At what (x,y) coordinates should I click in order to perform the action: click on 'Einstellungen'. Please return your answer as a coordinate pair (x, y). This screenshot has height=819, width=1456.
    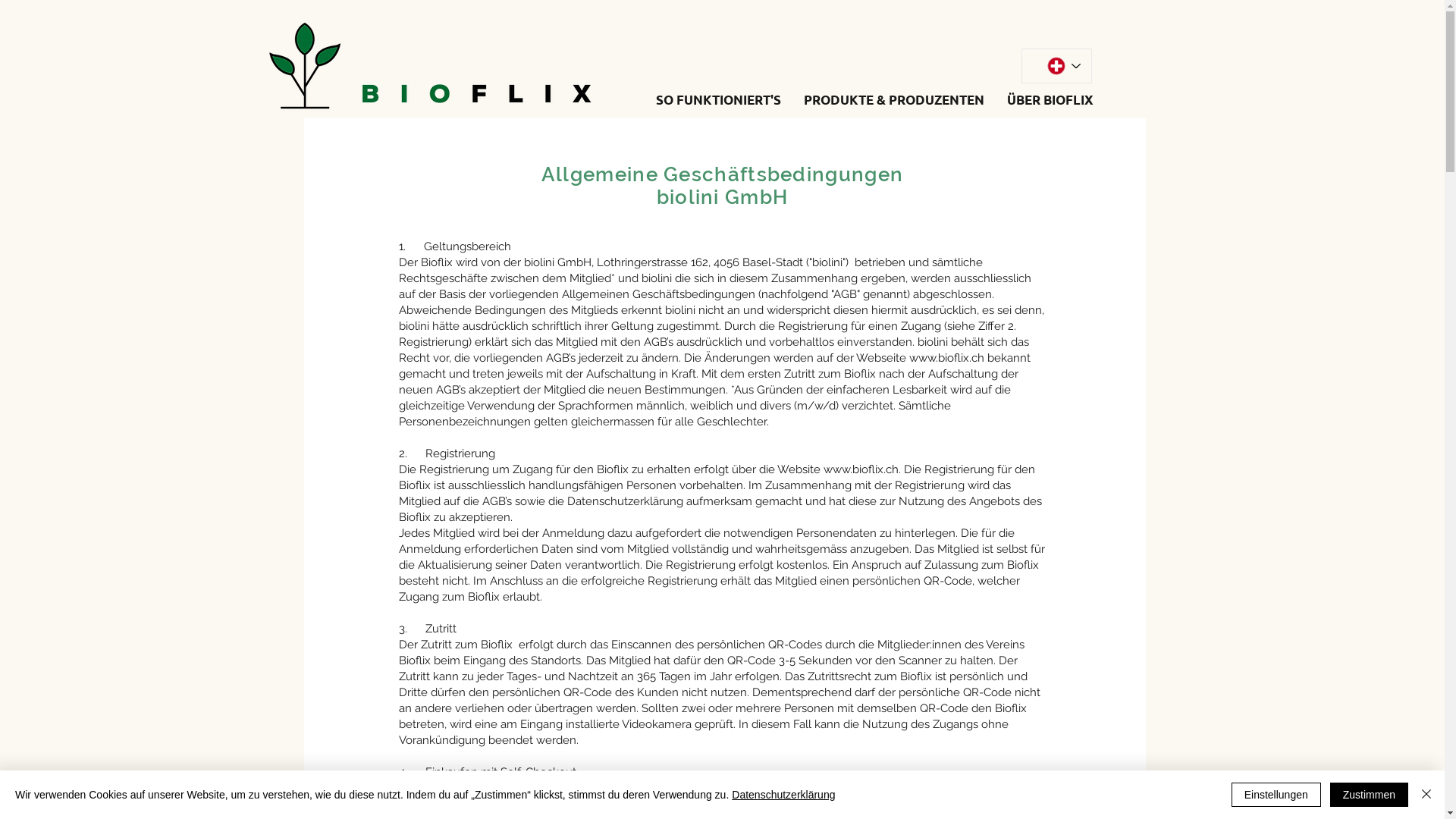
    Looking at the image, I should click on (1276, 794).